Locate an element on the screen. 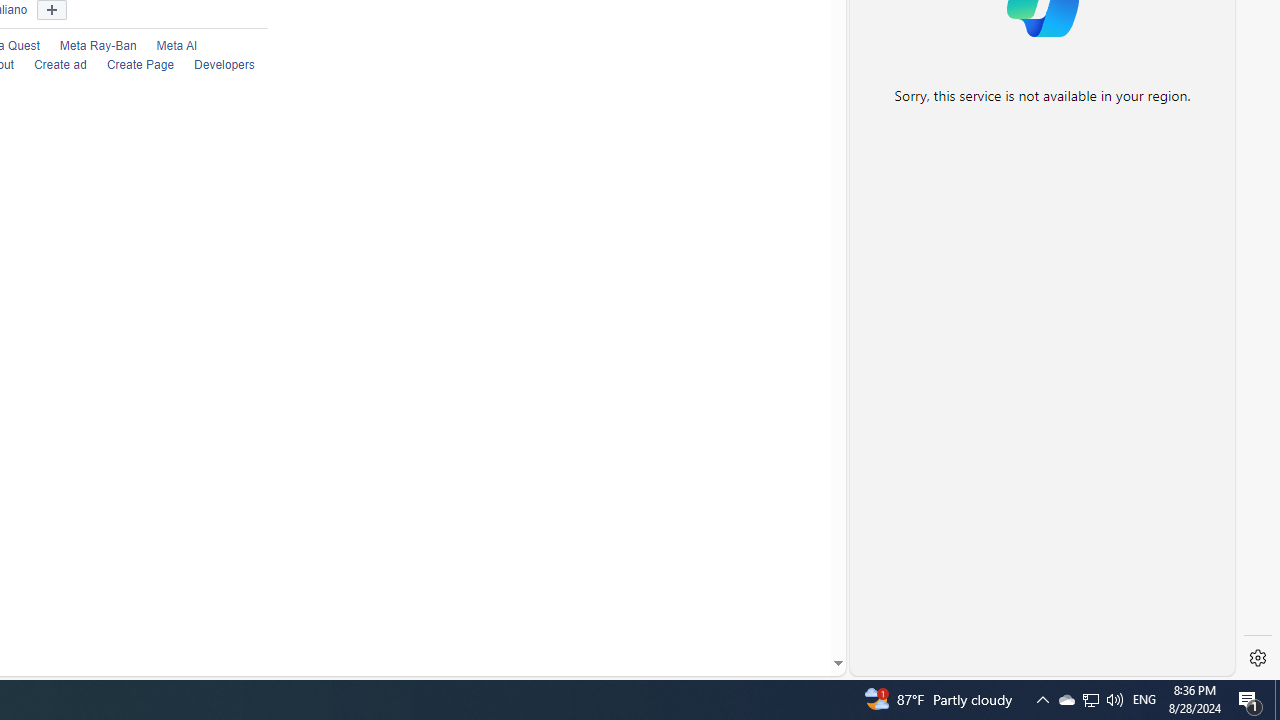  'Developers' is located at coordinates (224, 64).